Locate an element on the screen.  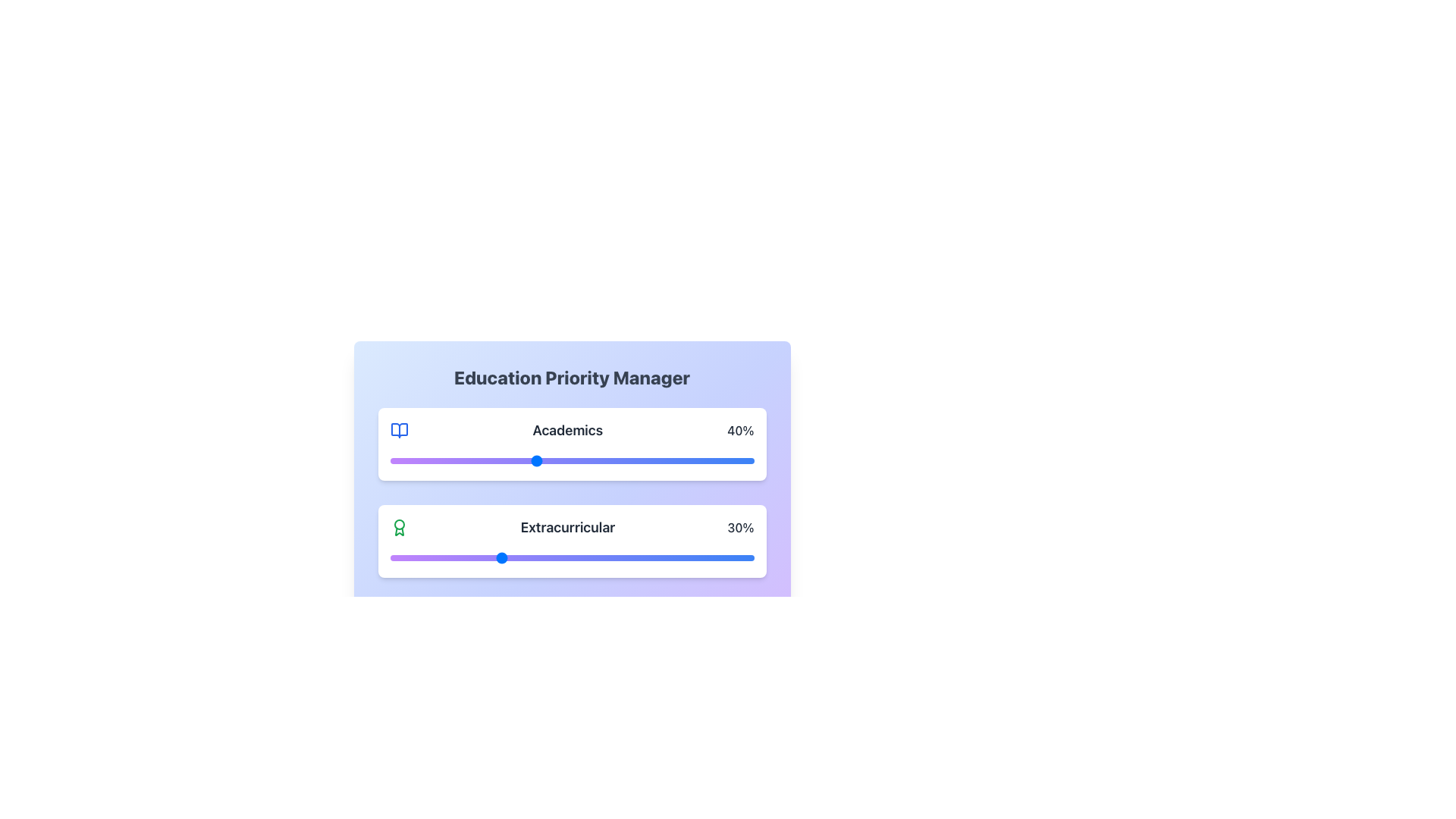
the slider value is located at coordinates (472, 460).